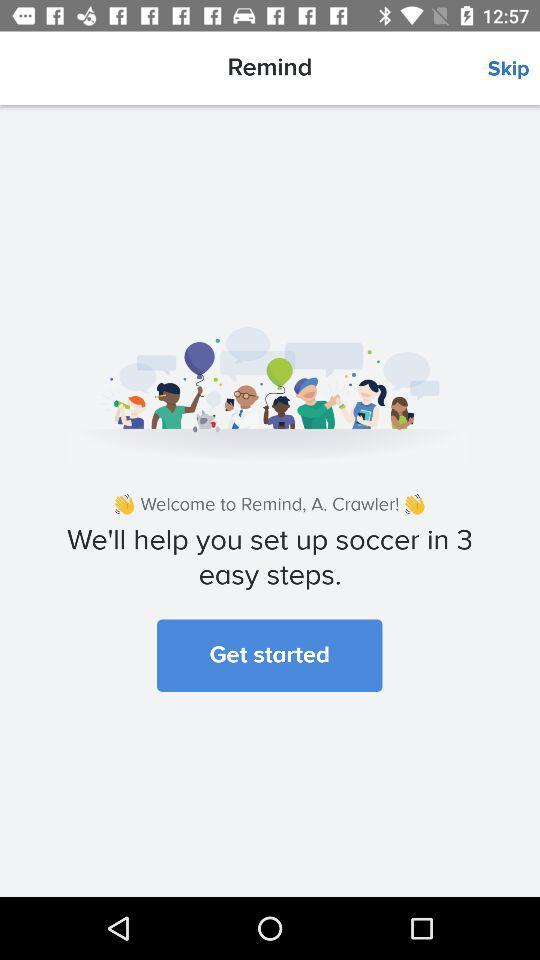 This screenshot has width=540, height=960. I want to click on icon to the right of the remind, so click(513, 69).